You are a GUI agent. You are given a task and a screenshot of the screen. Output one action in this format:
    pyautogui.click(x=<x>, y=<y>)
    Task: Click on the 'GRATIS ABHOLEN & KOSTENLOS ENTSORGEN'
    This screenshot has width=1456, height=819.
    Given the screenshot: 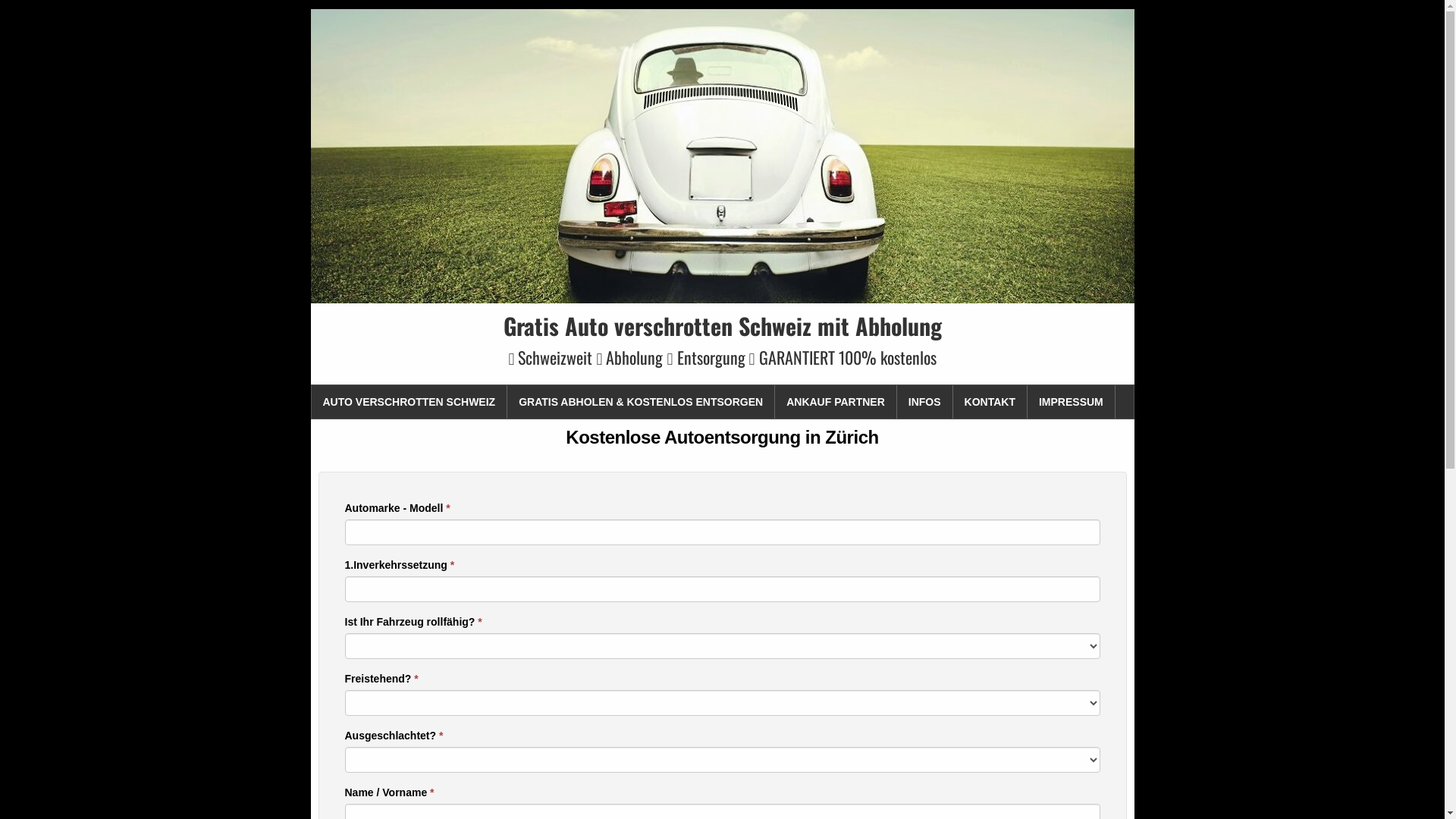 What is the action you would take?
    pyautogui.click(x=641, y=400)
    